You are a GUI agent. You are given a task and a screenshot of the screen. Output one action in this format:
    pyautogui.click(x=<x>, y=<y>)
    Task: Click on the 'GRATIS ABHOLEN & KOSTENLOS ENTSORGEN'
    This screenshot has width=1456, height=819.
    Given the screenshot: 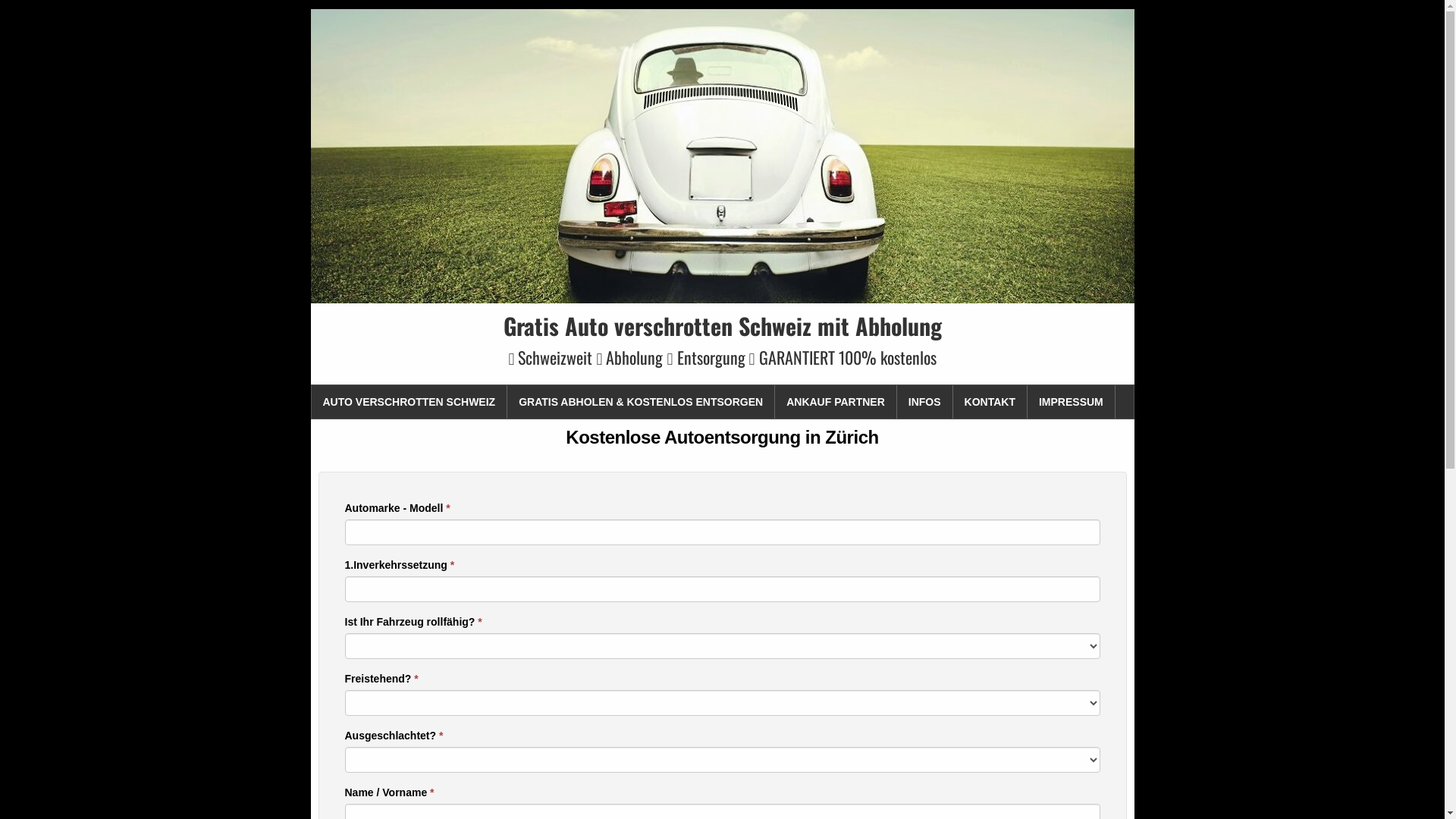 What is the action you would take?
    pyautogui.click(x=641, y=400)
    